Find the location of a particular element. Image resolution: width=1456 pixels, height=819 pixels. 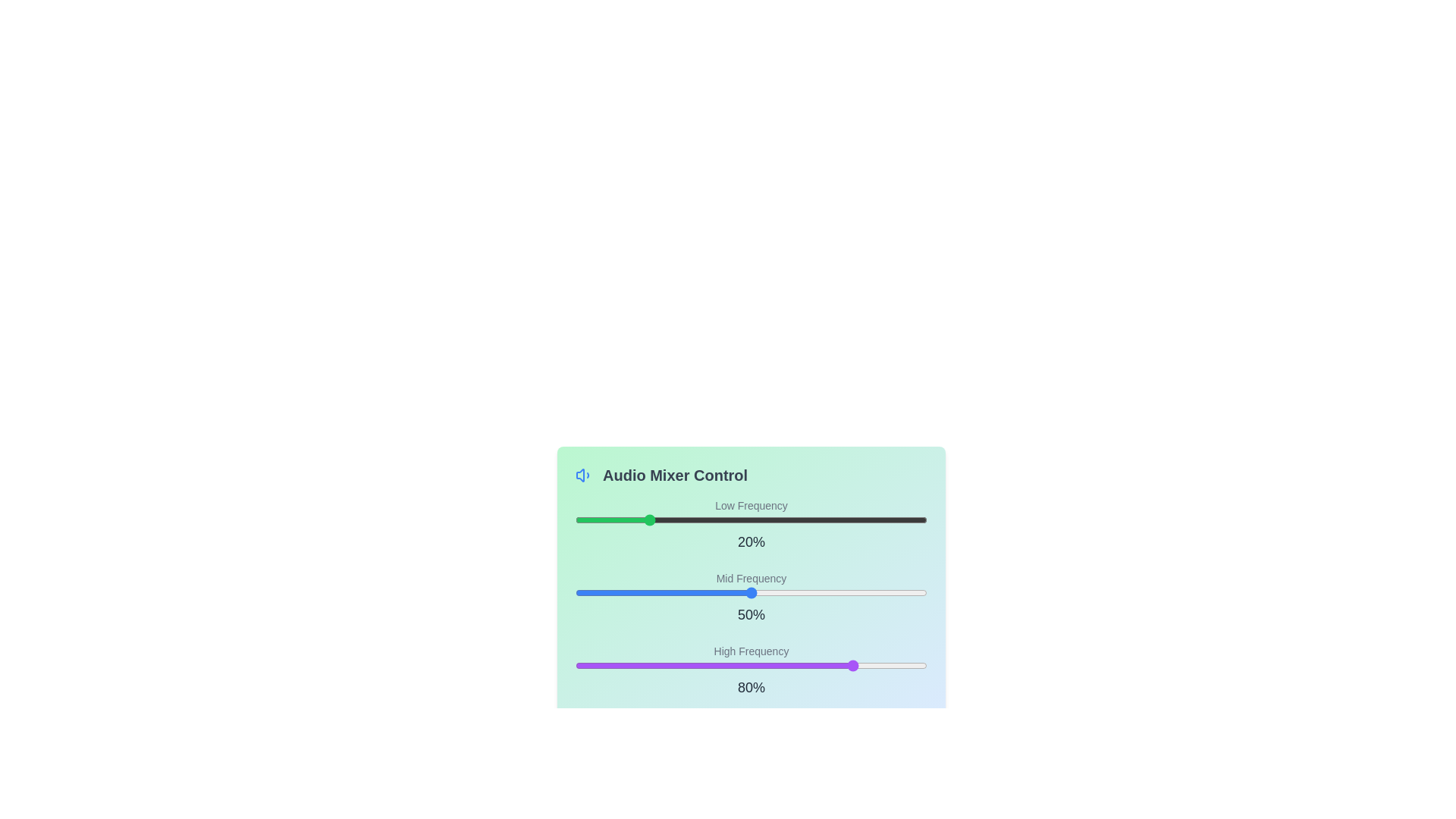

the 'Mid Frequency' slider is located at coordinates (919, 592).